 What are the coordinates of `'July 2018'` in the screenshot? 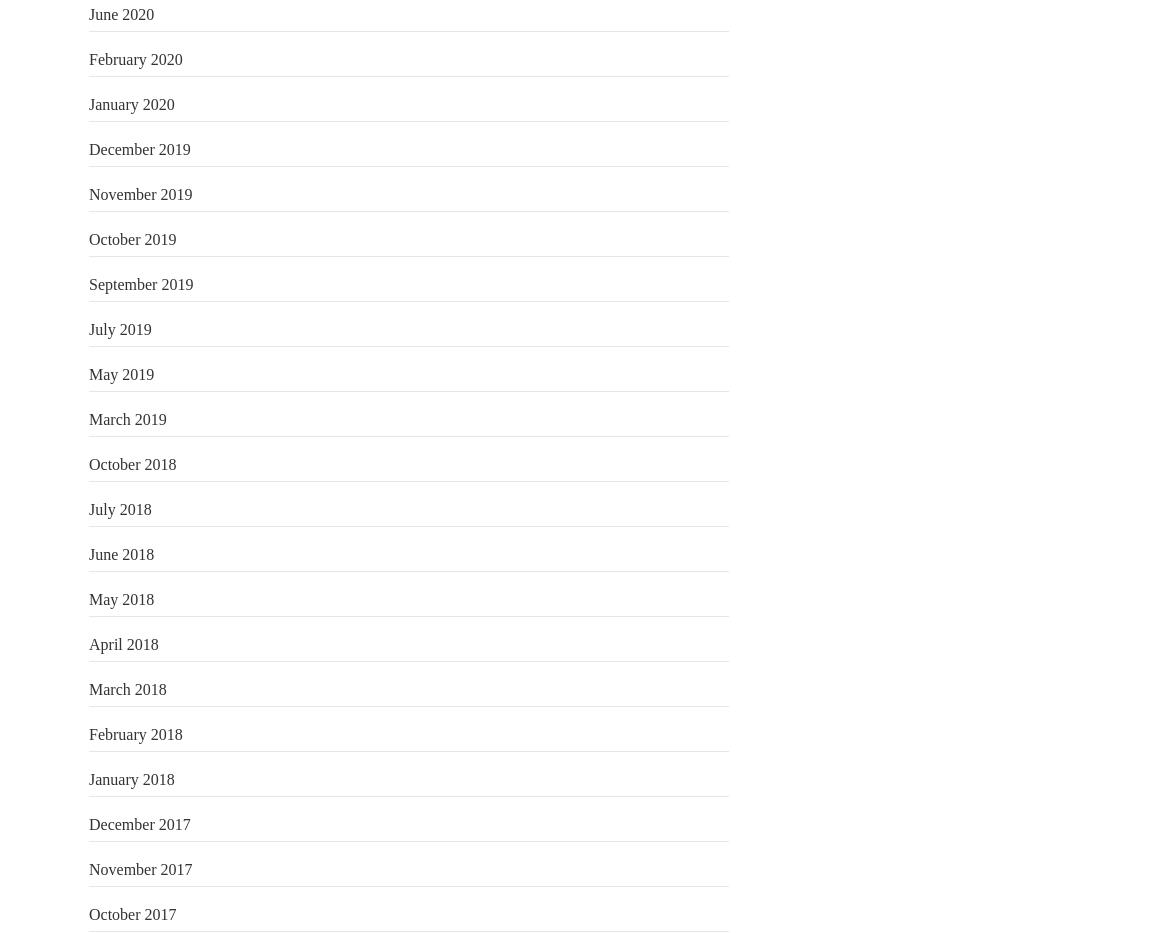 It's located at (89, 508).